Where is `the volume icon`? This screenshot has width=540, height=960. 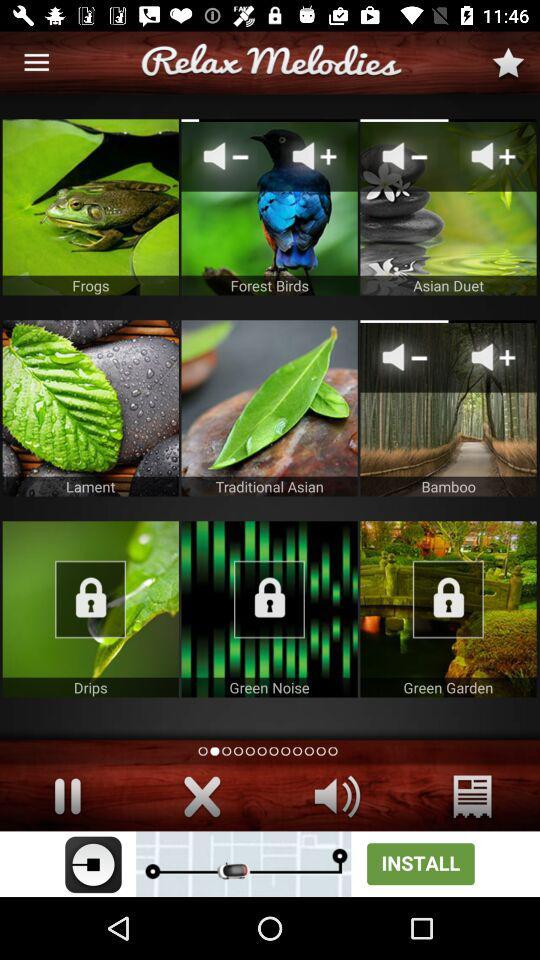
the volume icon is located at coordinates (337, 796).